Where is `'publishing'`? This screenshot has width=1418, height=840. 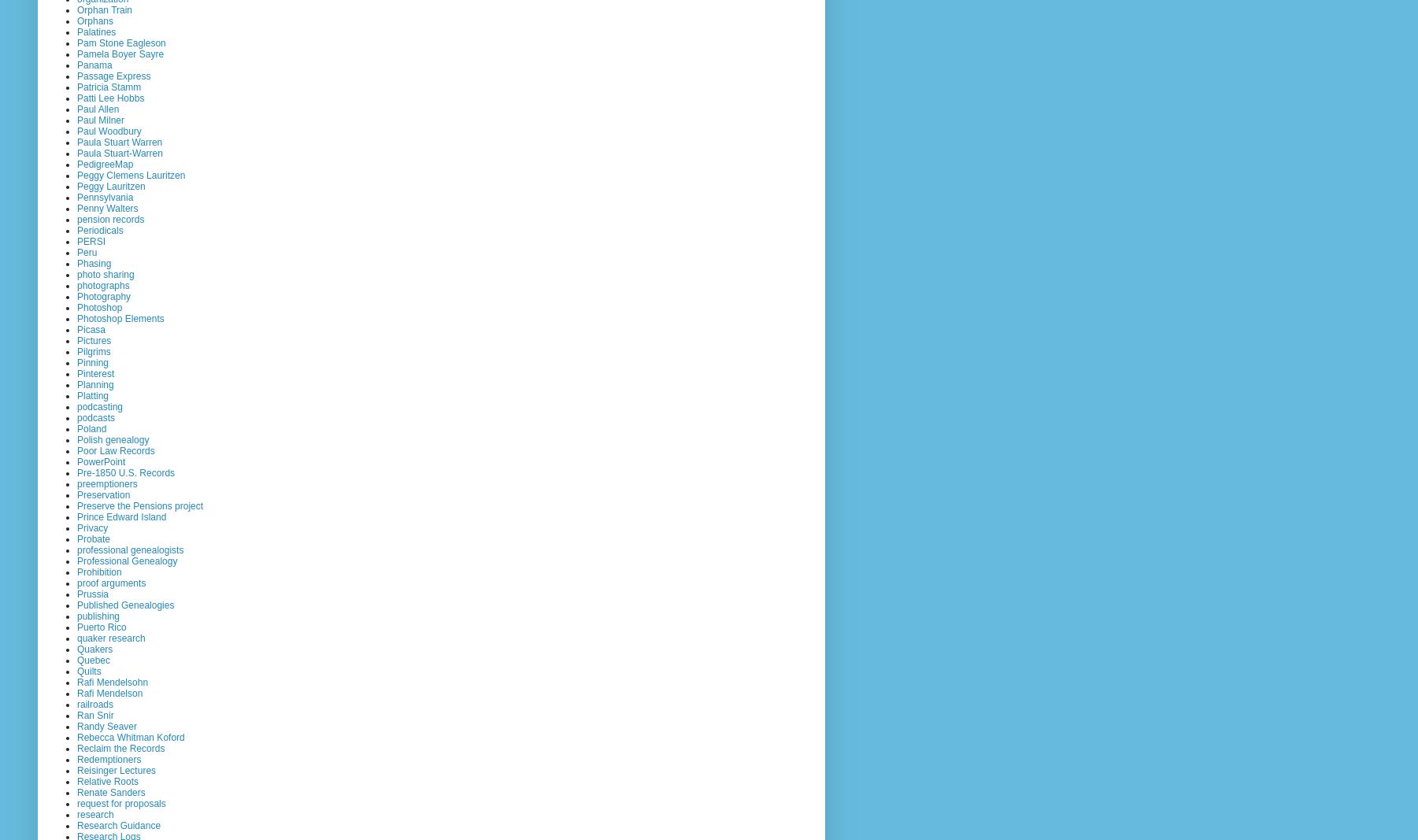
'publishing' is located at coordinates (98, 615).